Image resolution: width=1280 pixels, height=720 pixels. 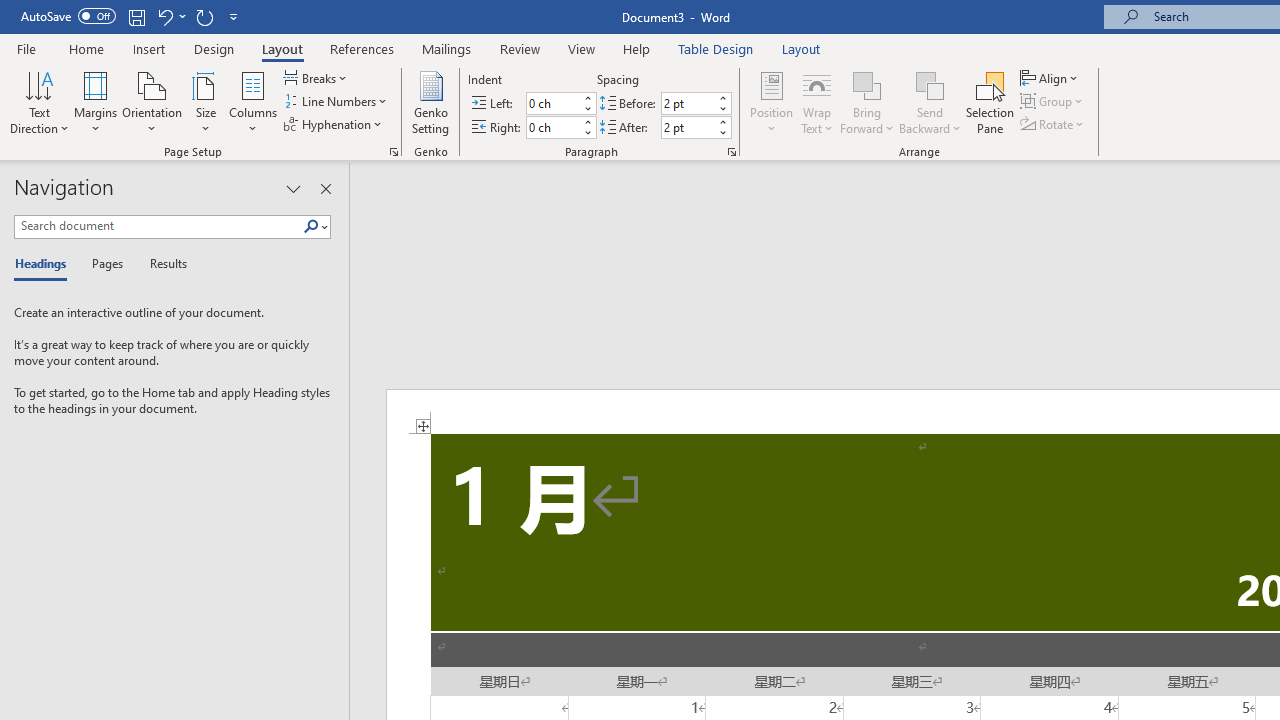 What do you see at coordinates (164, 16) in the screenshot?
I see `'Undo Increase Indent'` at bounding box center [164, 16].